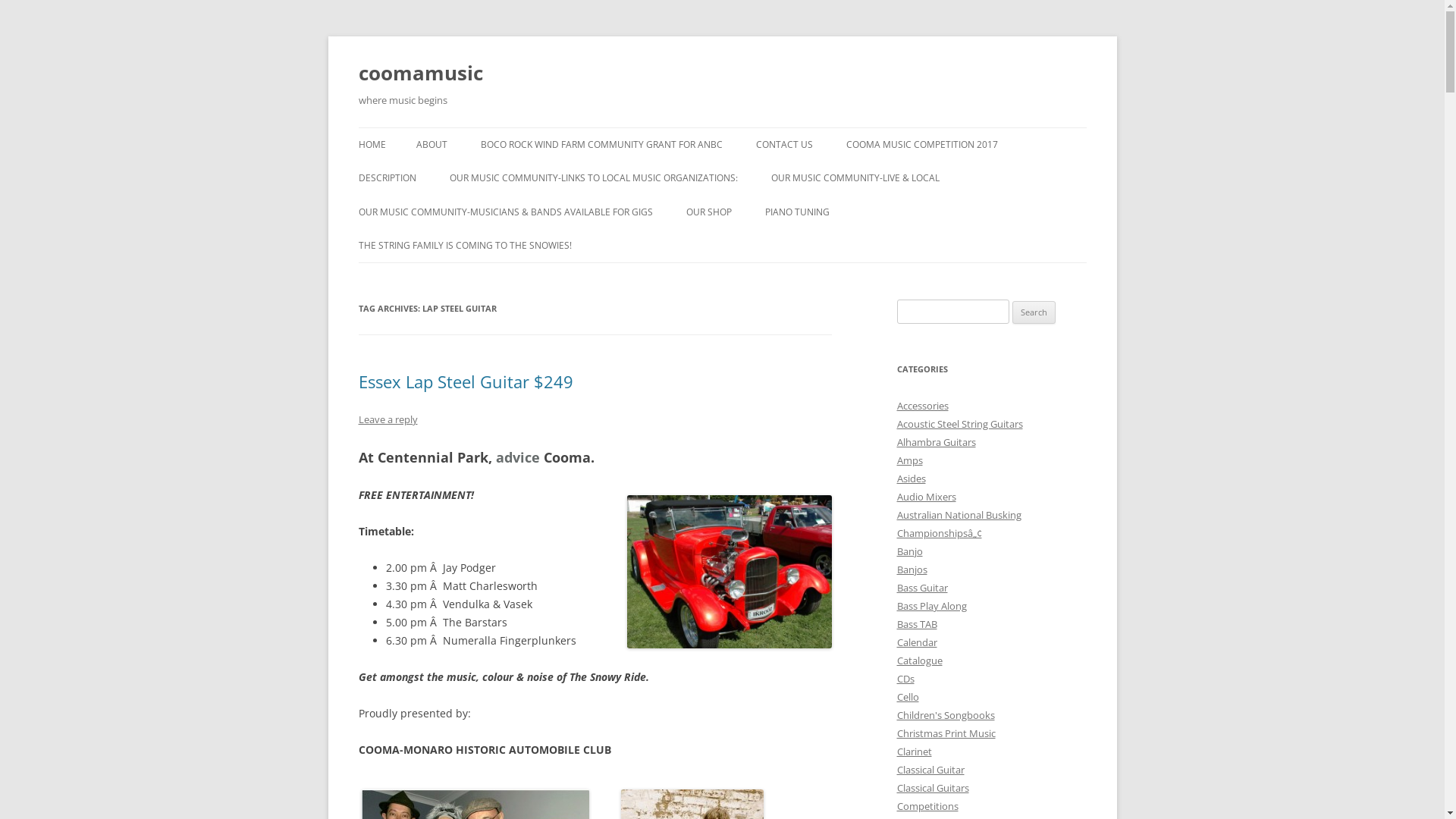 This screenshot has width=1456, height=819. I want to click on 'Clarinet', so click(912, 752).